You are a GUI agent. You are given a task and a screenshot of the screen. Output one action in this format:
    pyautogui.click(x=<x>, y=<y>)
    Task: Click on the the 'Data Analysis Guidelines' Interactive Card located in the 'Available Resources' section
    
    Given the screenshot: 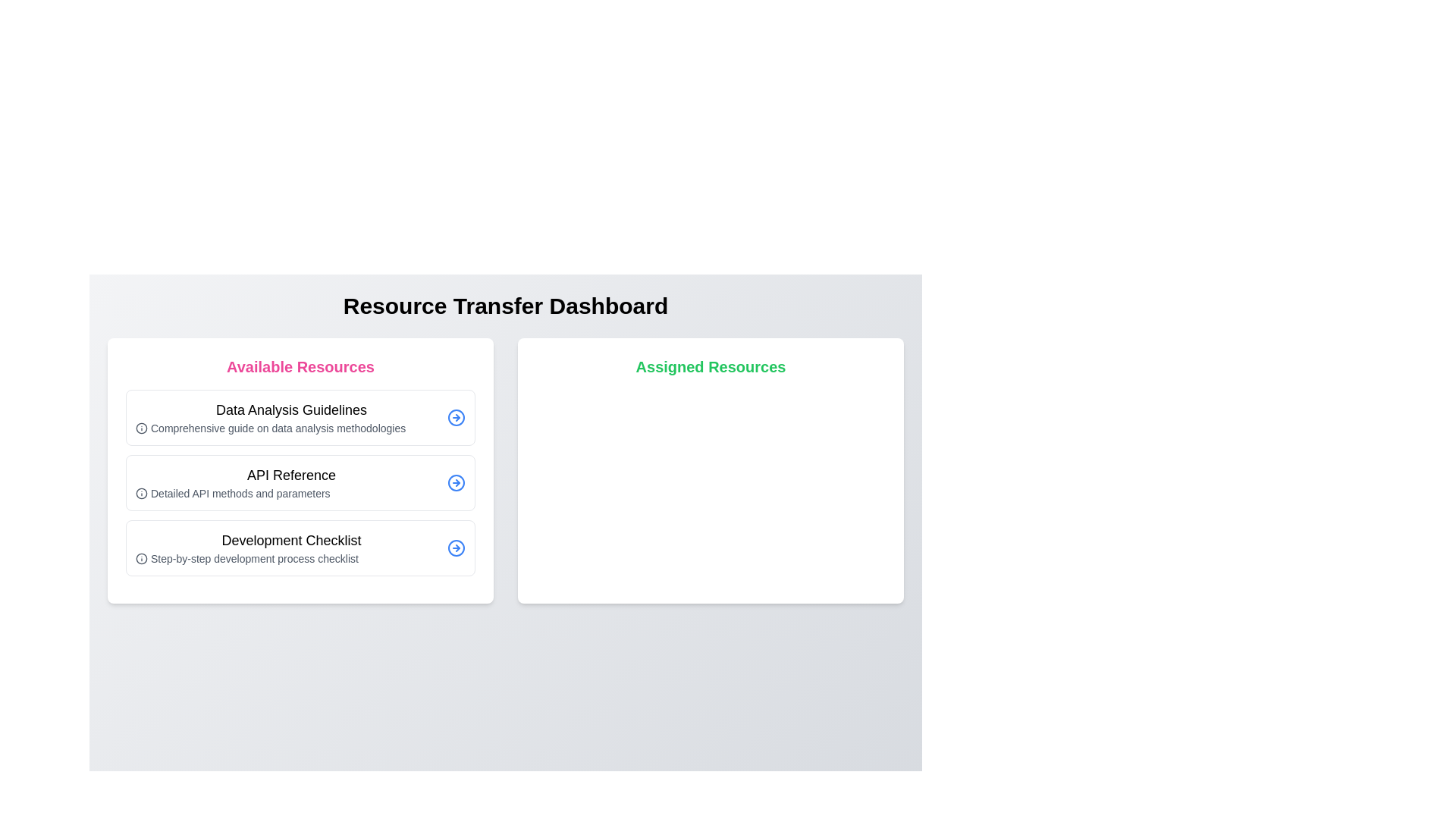 What is the action you would take?
    pyautogui.click(x=300, y=418)
    